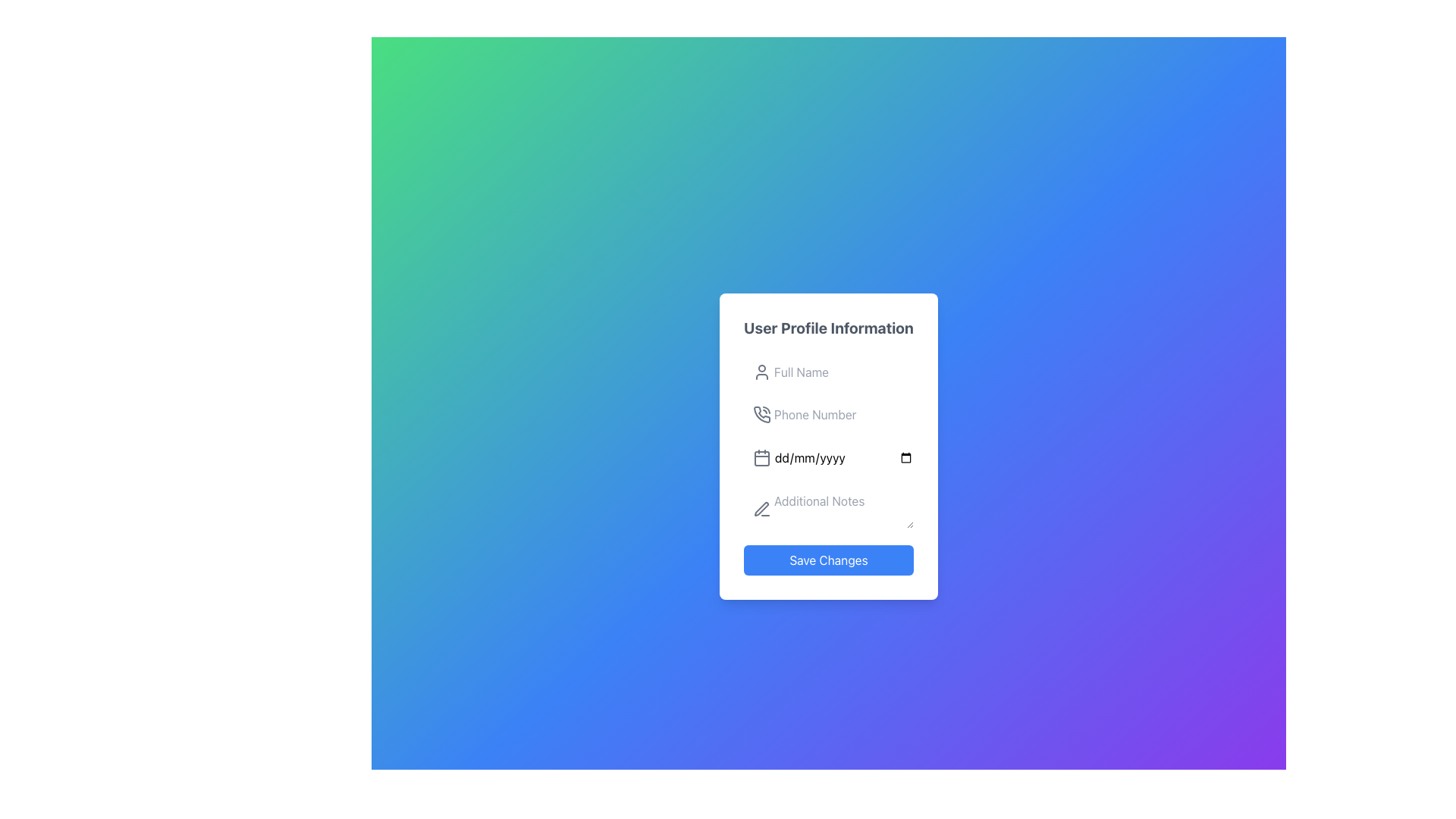  What do you see at coordinates (761, 458) in the screenshot?
I see `the square-shaped decorative calendar icon element located to the left of the 'dd/mm/yyyy' input field` at bounding box center [761, 458].